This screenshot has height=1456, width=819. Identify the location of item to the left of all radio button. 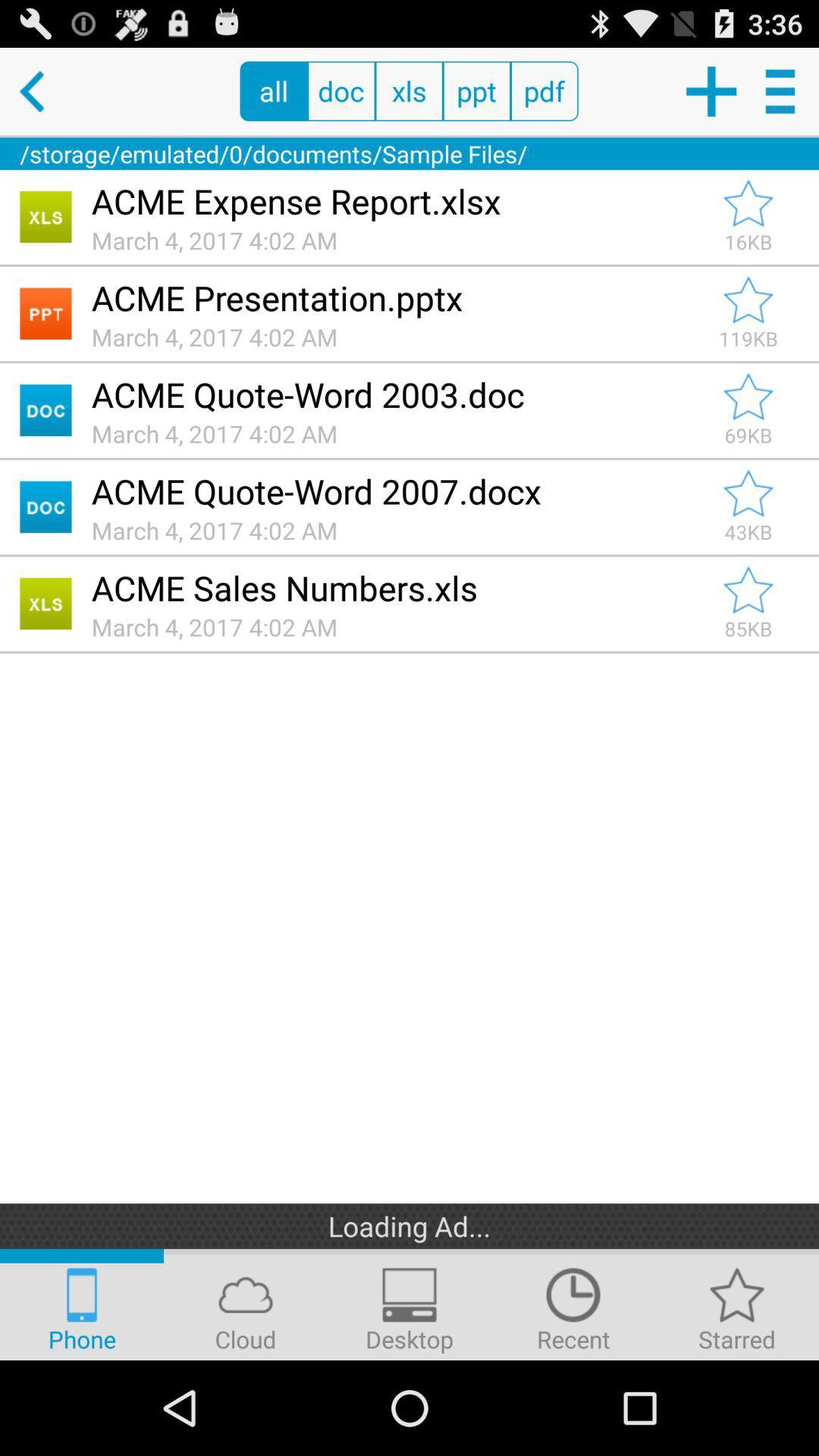
(42, 90).